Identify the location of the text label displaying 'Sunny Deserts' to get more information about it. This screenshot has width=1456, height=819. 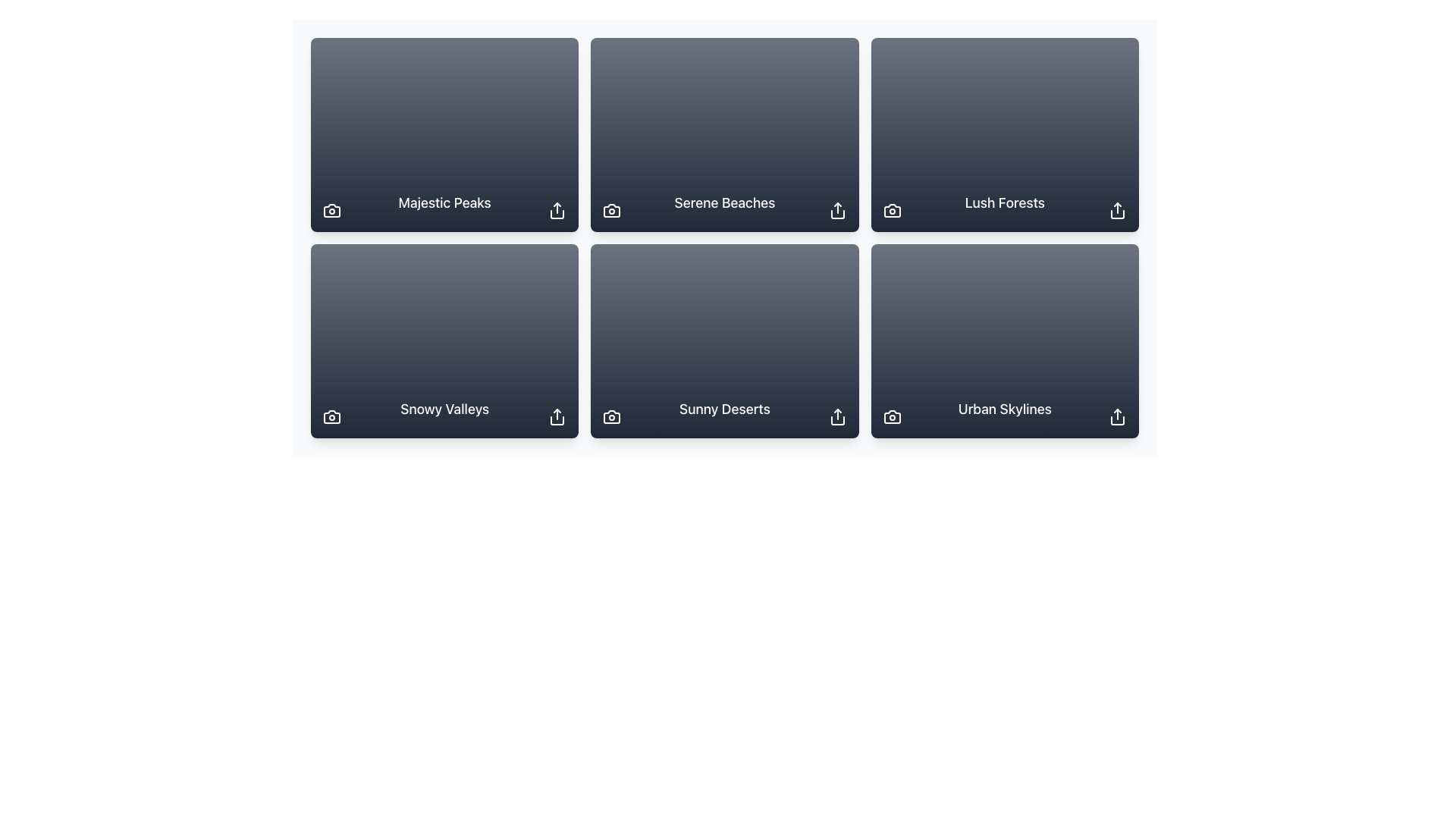
(723, 418).